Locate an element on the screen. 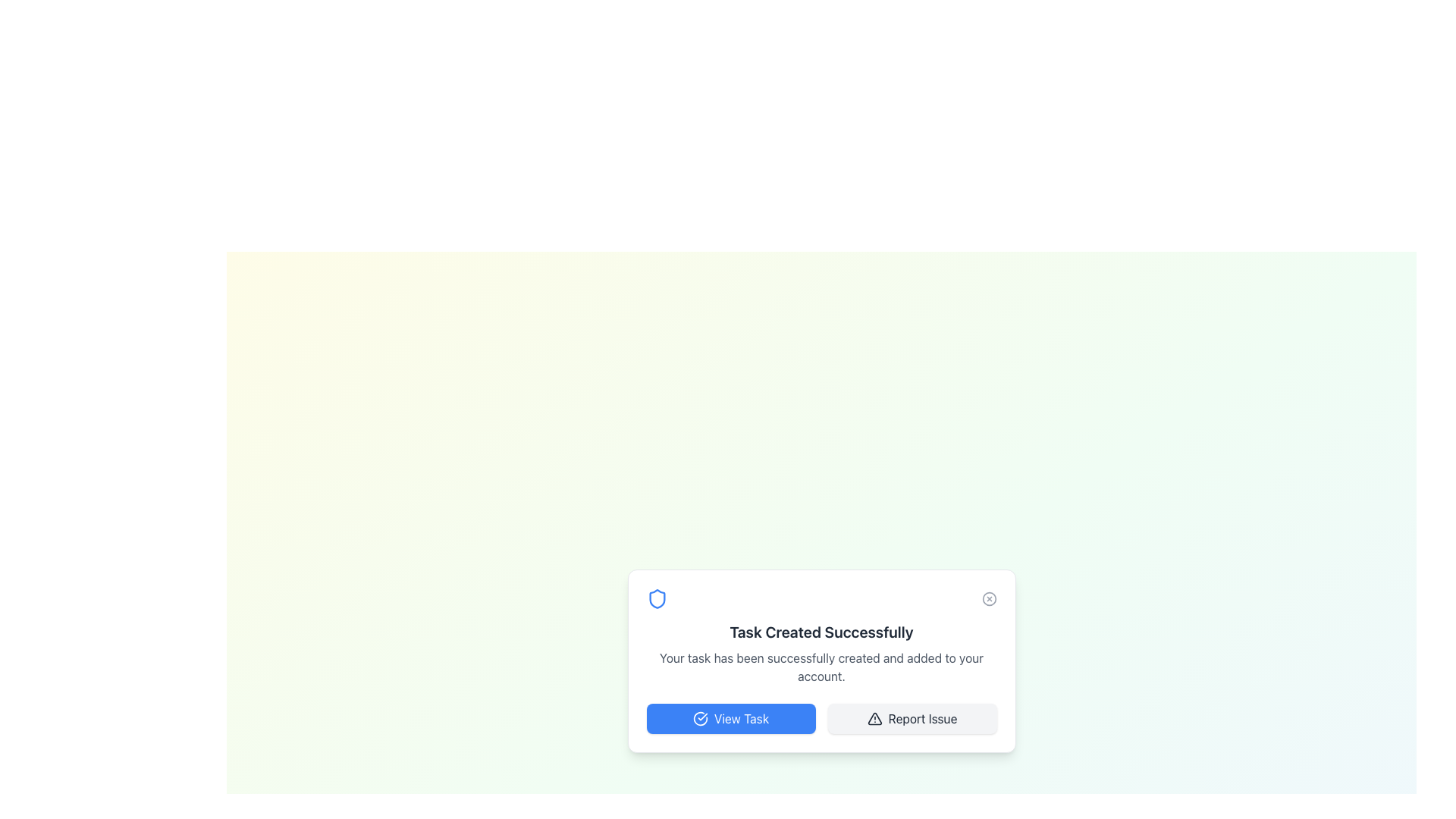 Image resolution: width=1456 pixels, height=819 pixels. the SVG graphical element (circle) located in the top-right corner of the notification or message display box, which serves as a decorative component and does not have an interactive function is located at coordinates (989, 598).